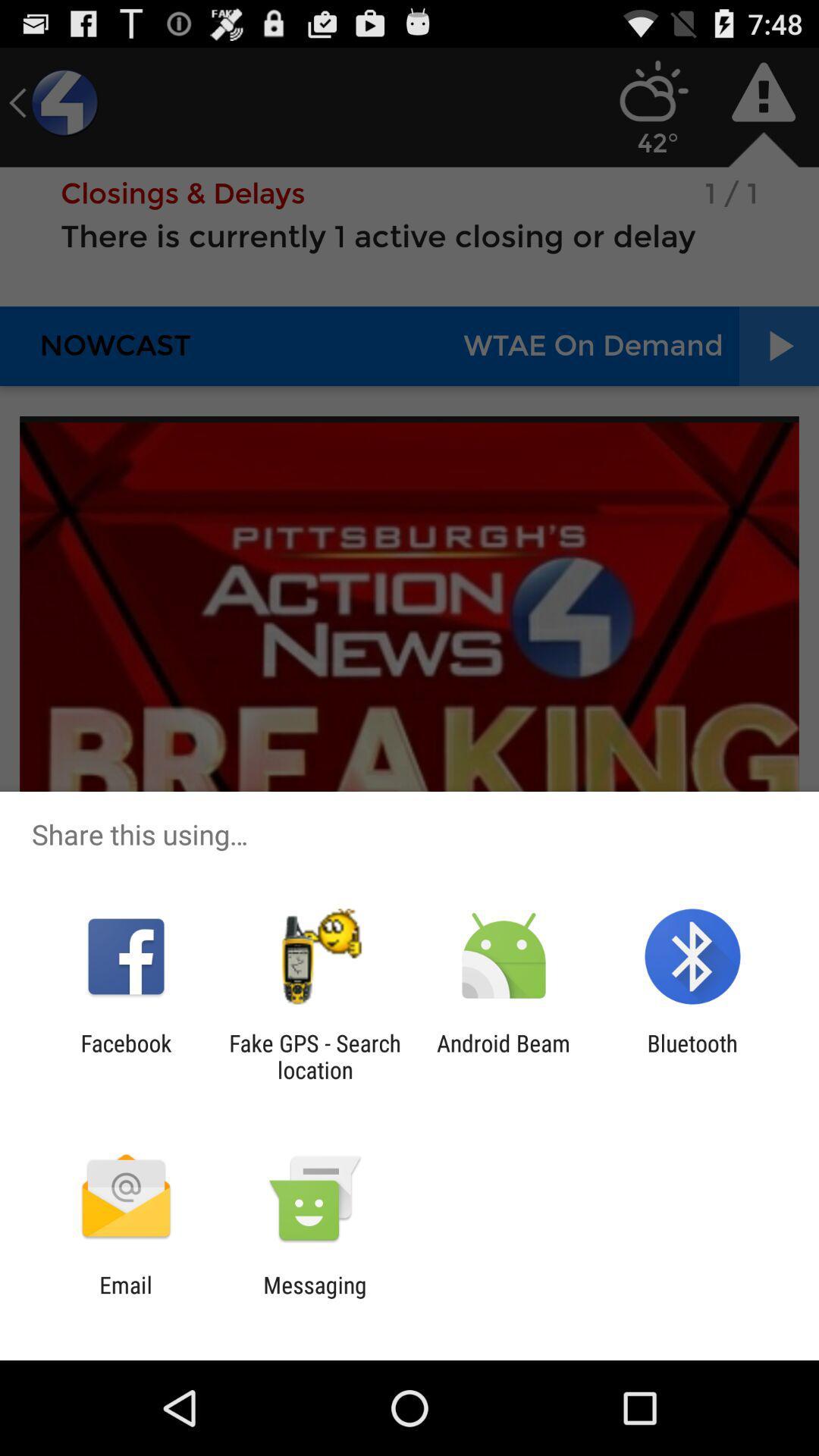  I want to click on email app, so click(125, 1298).